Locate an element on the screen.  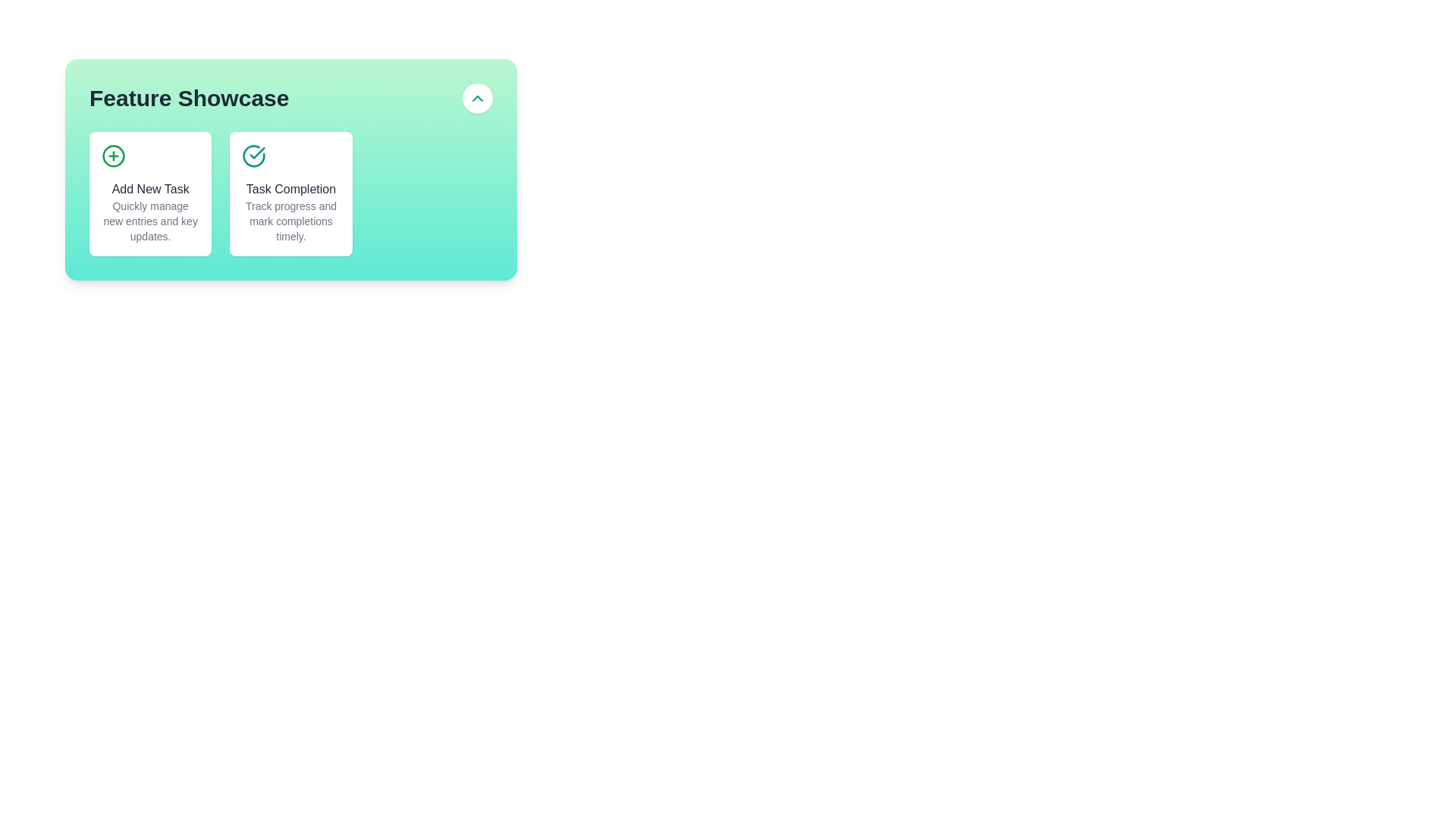
the panel in the 'Feature Showcase' that allows users is located at coordinates (291, 193).